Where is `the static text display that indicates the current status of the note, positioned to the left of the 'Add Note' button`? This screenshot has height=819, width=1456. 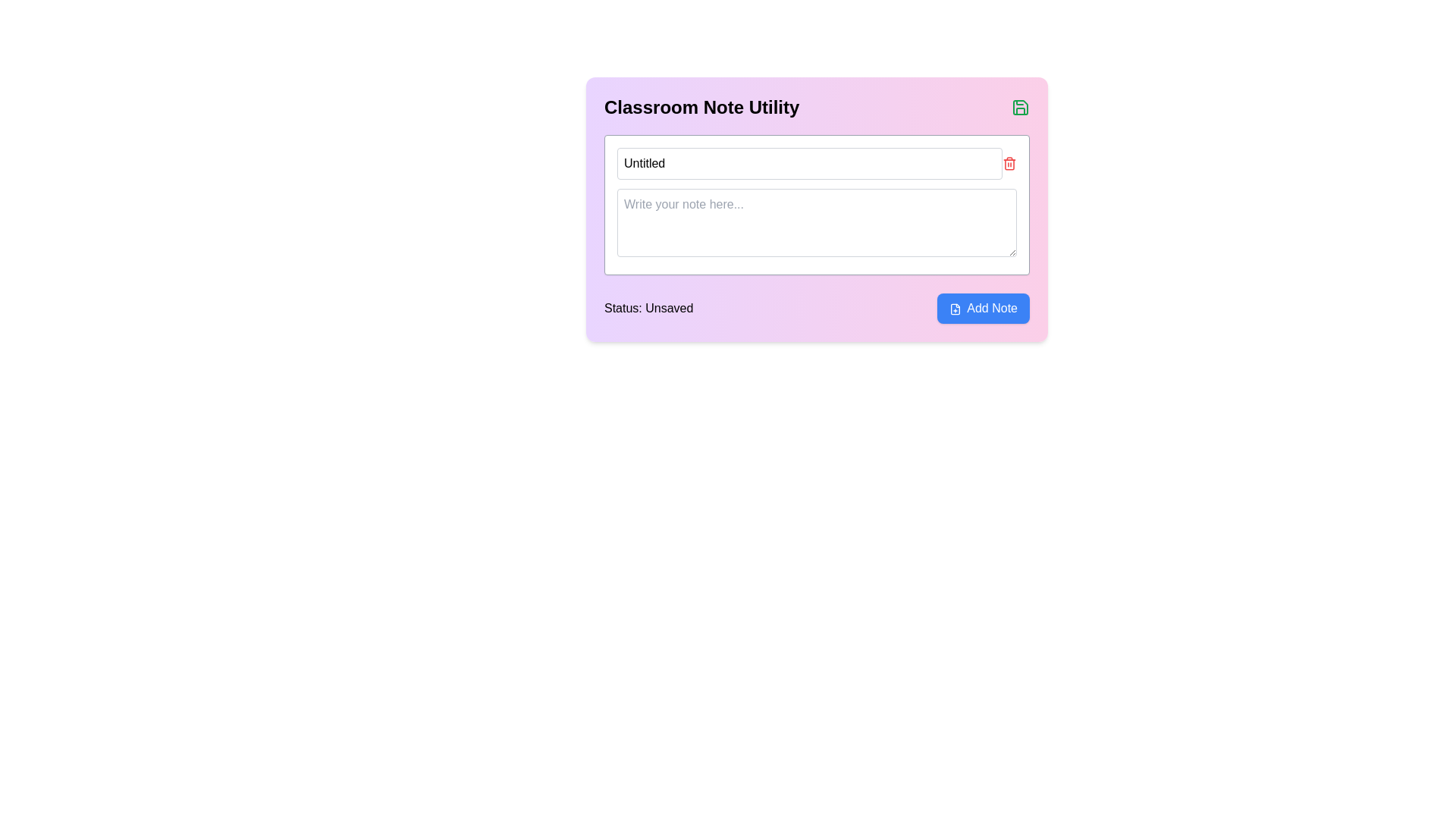
the static text display that indicates the current status of the note, positioned to the left of the 'Add Note' button is located at coordinates (648, 308).